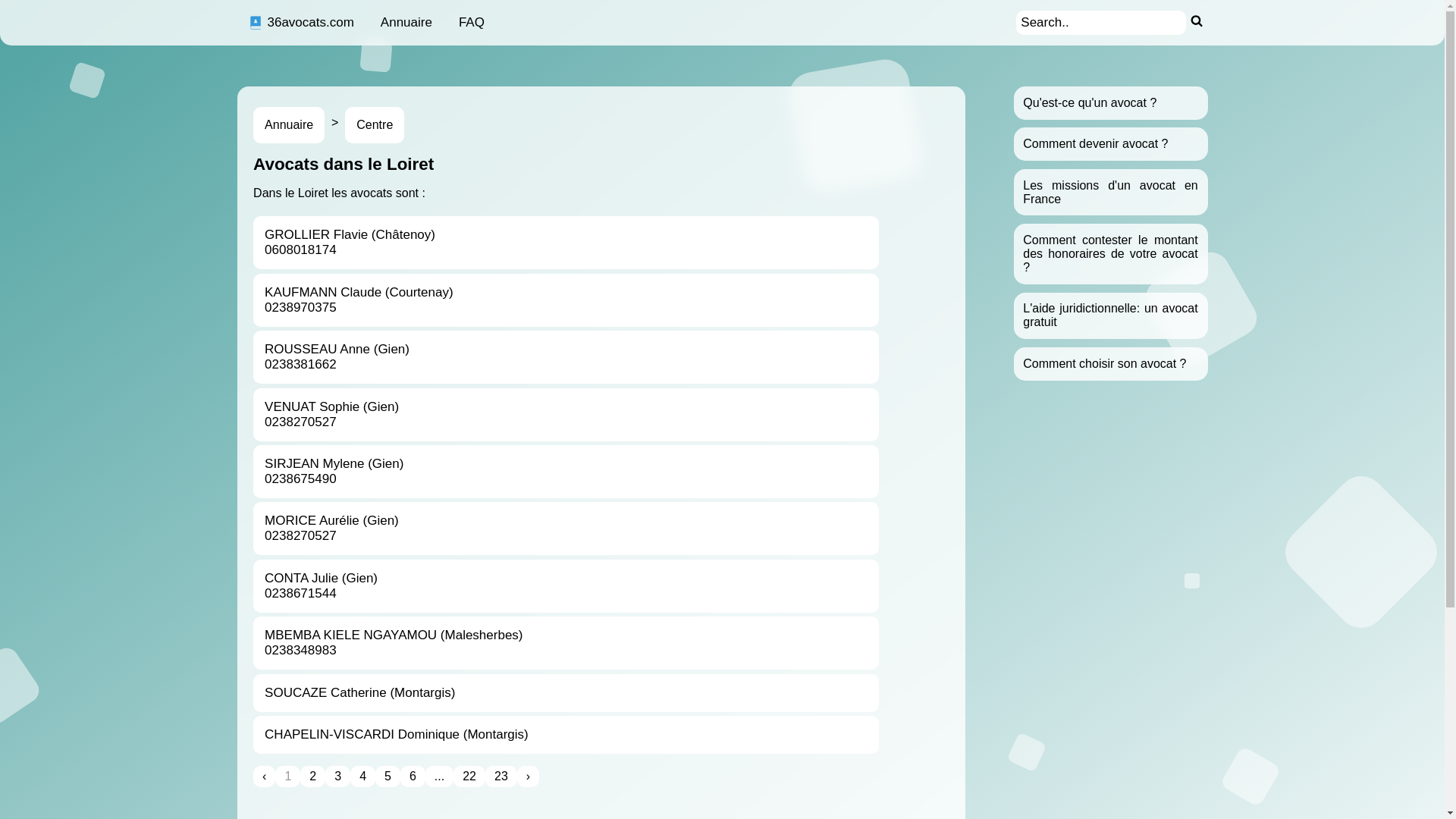  What do you see at coordinates (1104, 363) in the screenshot?
I see `'Comment choisir son avocat ?'` at bounding box center [1104, 363].